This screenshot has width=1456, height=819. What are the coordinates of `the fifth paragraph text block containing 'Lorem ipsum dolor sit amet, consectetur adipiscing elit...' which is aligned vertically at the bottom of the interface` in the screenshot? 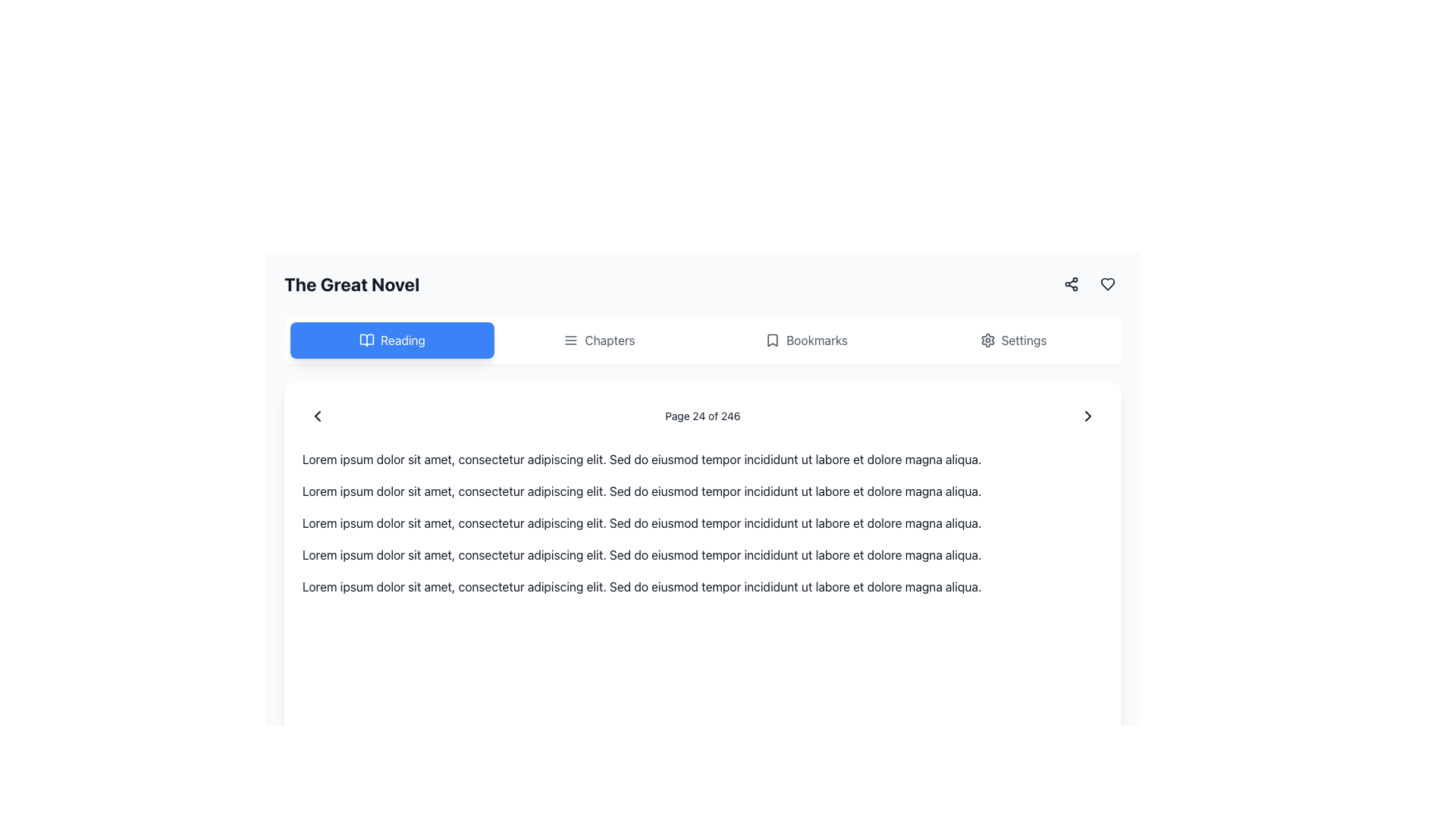 It's located at (701, 586).